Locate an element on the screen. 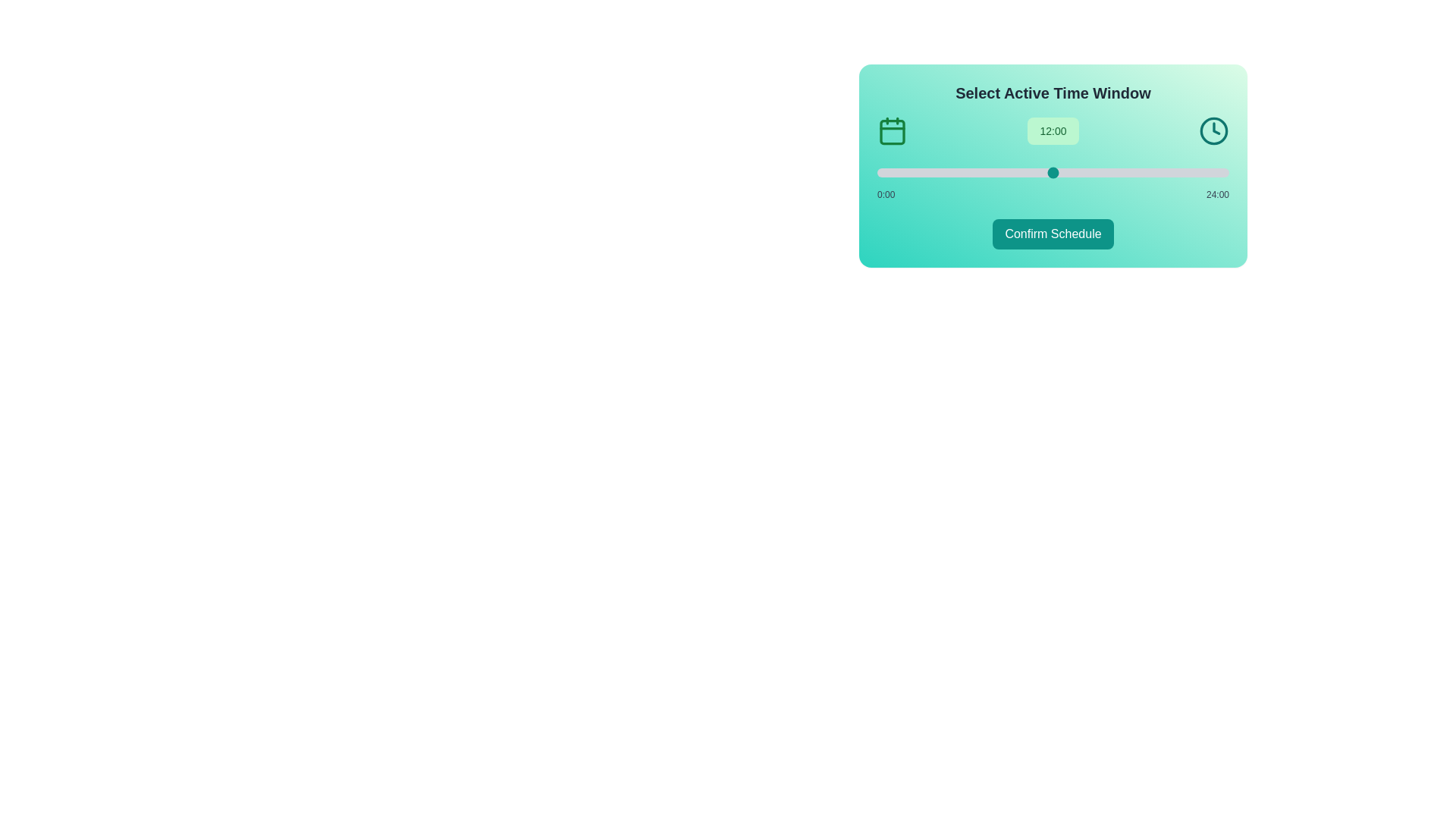 This screenshot has width=1456, height=819. the slider to set the time to 16 hours is located at coordinates (1112, 171).